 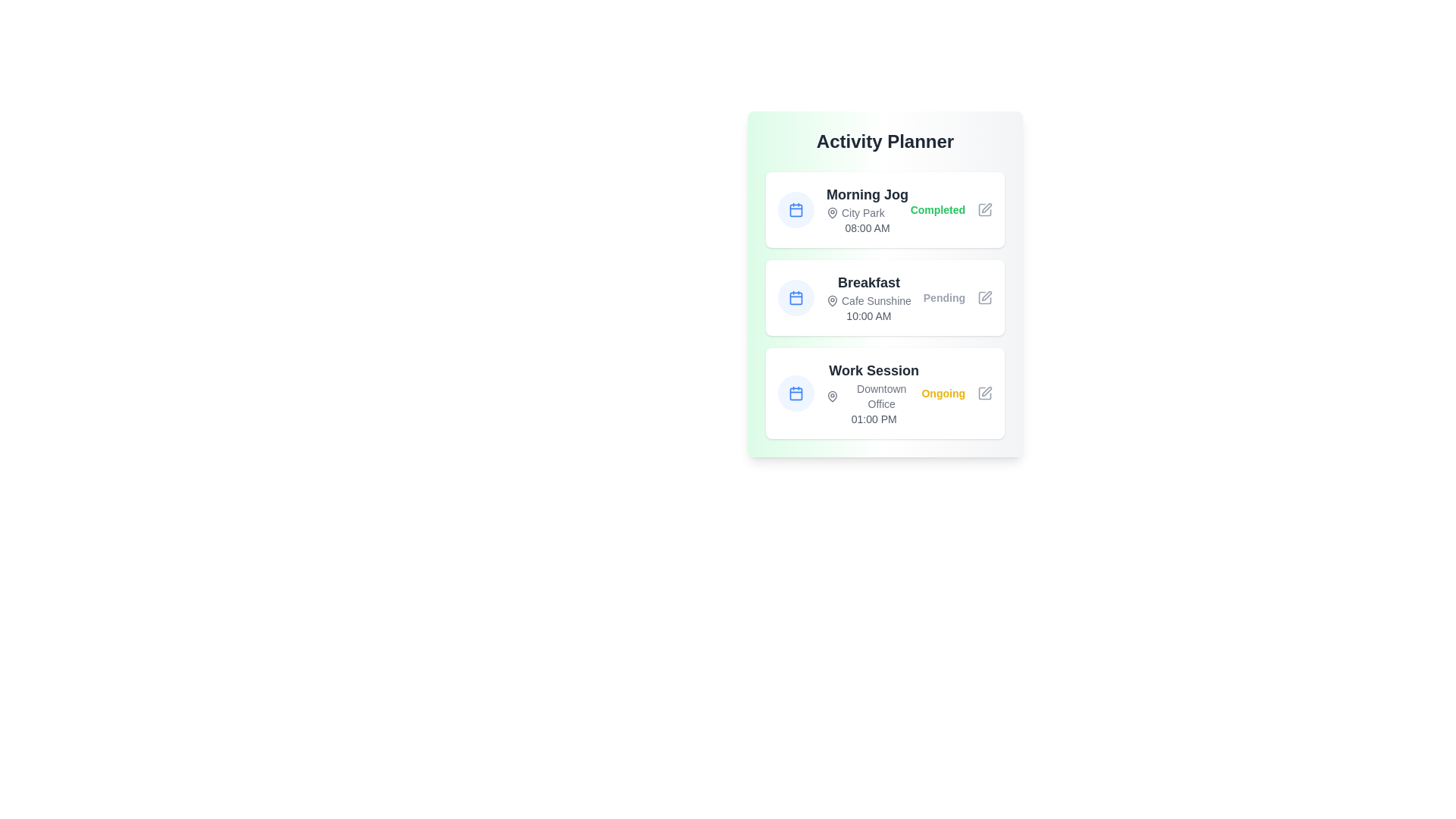 I want to click on the Location marker icon, which is a pin-shaped icon located to the left of the text 'City Park' in the 'Morning Jog' planner entry, so click(x=832, y=213).